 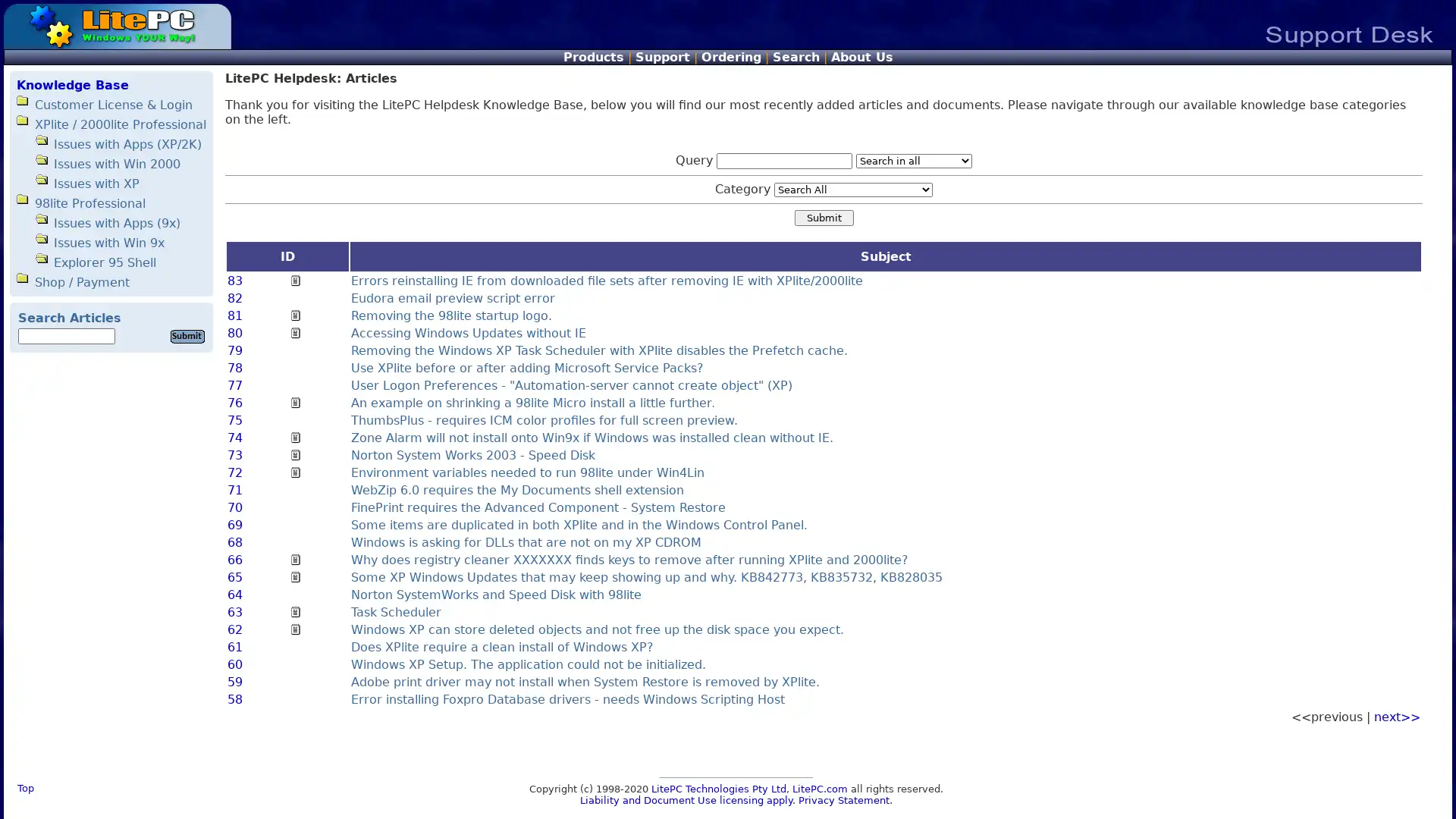 What do you see at coordinates (822, 218) in the screenshot?
I see `Submit` at bounding box center [822, 218].